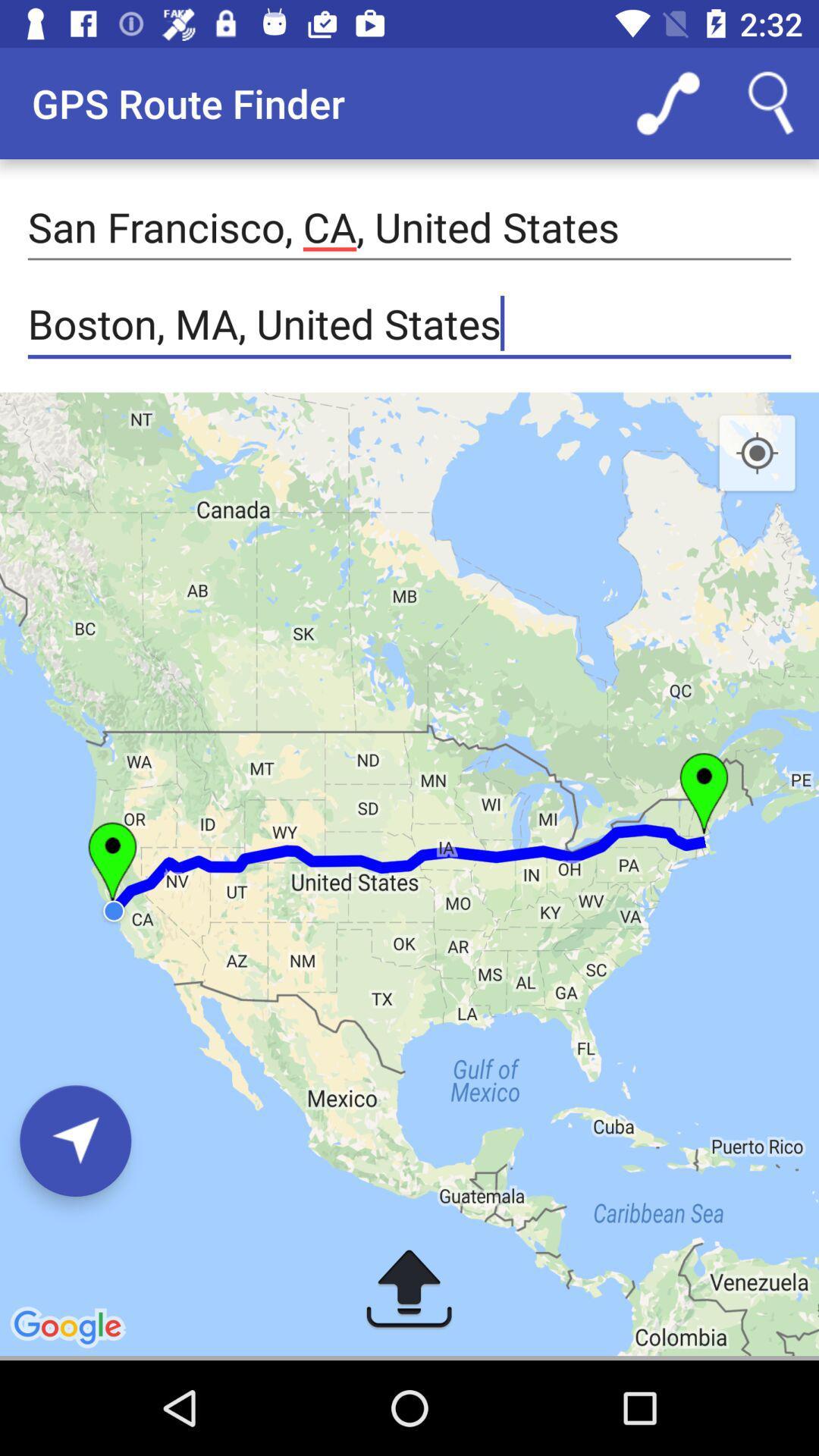 Image resolution: width=819 pixels, height=1456 pixels. Describe the element at coordinates (75, 1141) in the screenshot. I see `the navigation icon` at that location.